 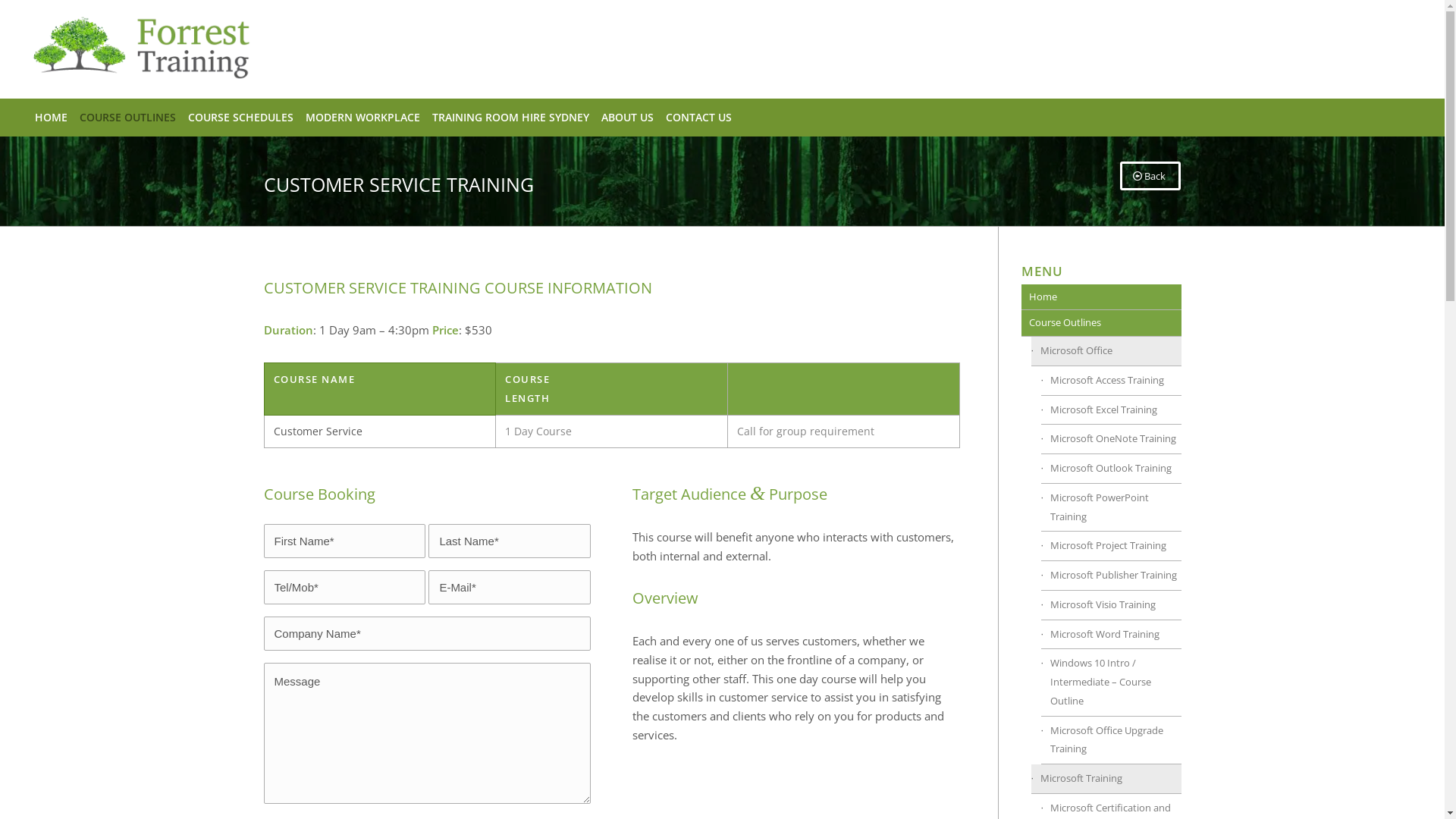 What do you see at coordinates (1110, 739) in the screenshot?
I see `'Microsoft Office Upgrade Training'` at bounding box center [1110, 739].